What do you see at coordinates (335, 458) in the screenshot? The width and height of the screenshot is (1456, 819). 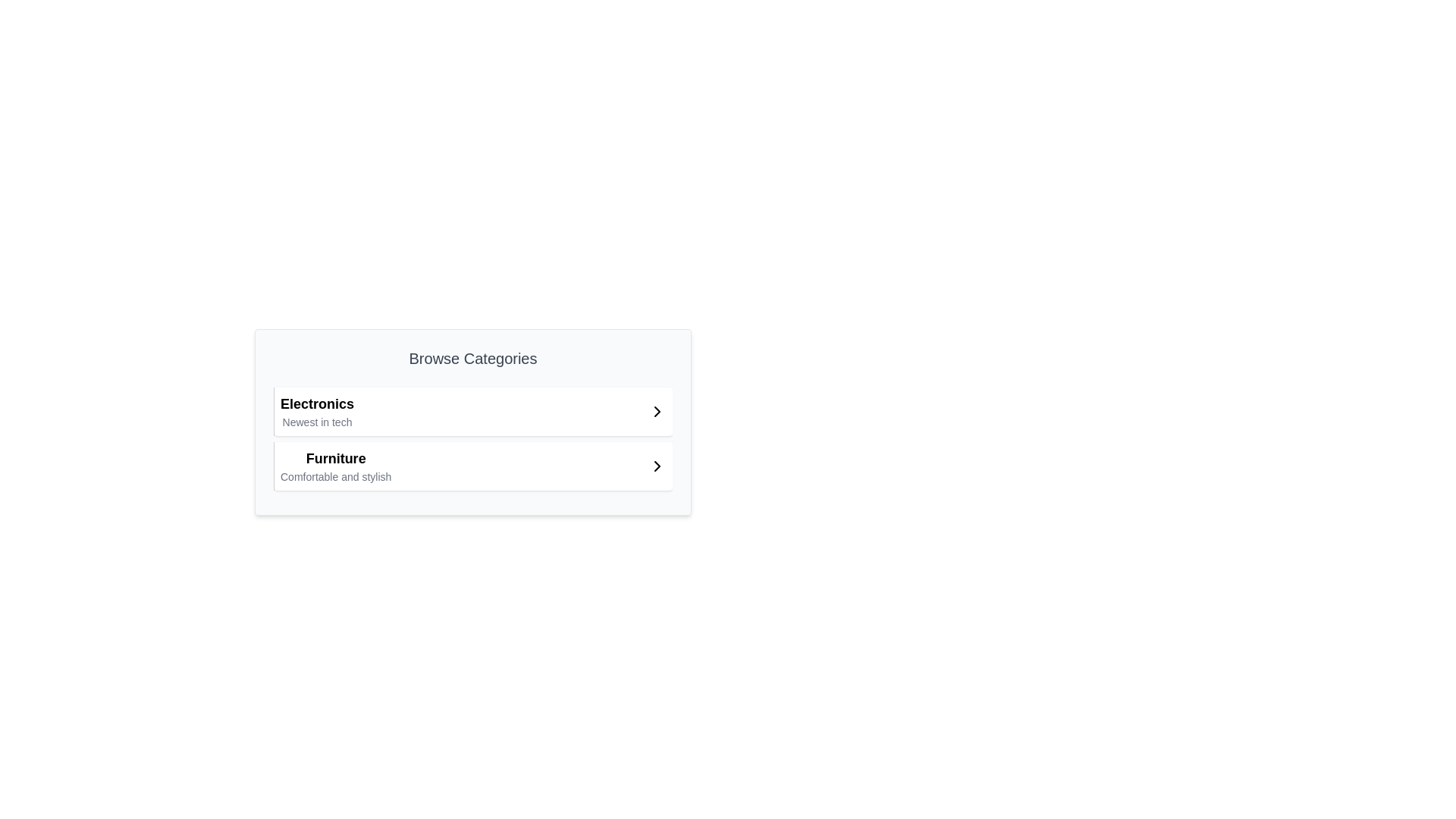 I see `the bold text header displaying 'Furniture', which is located as the left-aligned heading in the second category item under 'Browse Categories'` at bounding box center [335, 458].